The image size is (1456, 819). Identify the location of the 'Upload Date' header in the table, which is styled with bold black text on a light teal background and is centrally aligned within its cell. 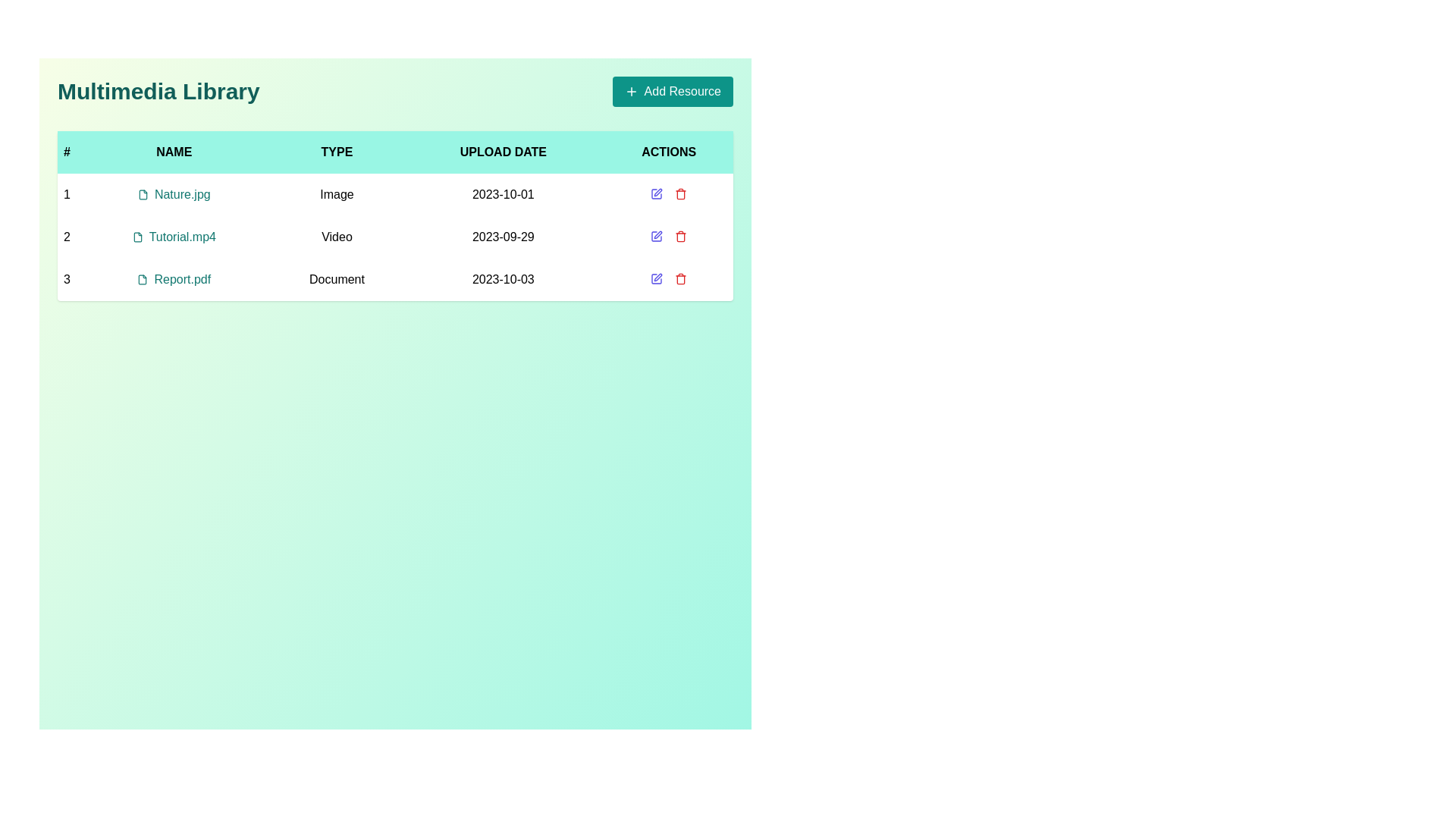
(503, 152).